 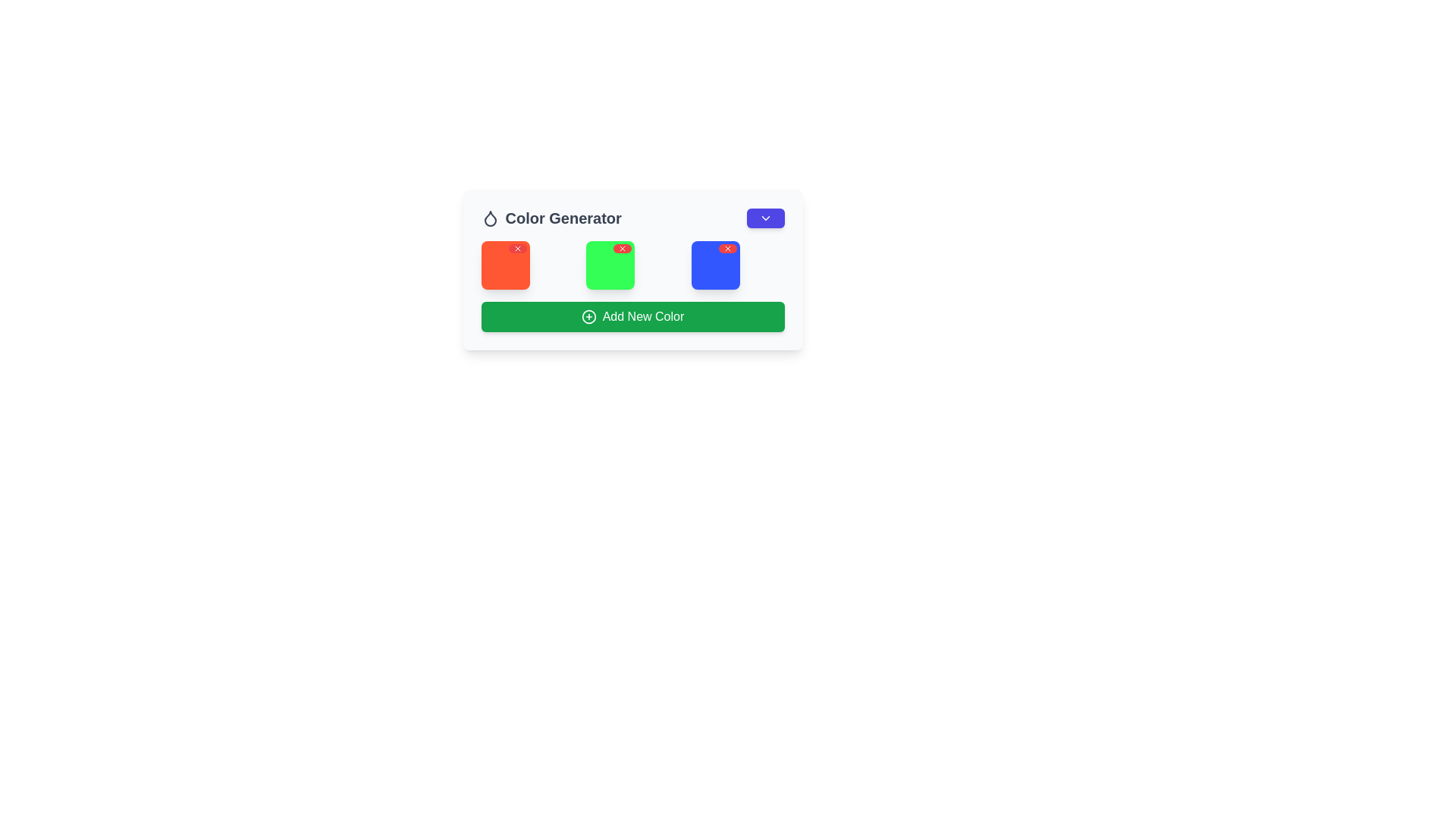 I want to click on the 'Color Generator' icon located near the top-left corner of the 'Color Generator' box, visually aligned horizontally with the title text, so click(x=490, y=218).